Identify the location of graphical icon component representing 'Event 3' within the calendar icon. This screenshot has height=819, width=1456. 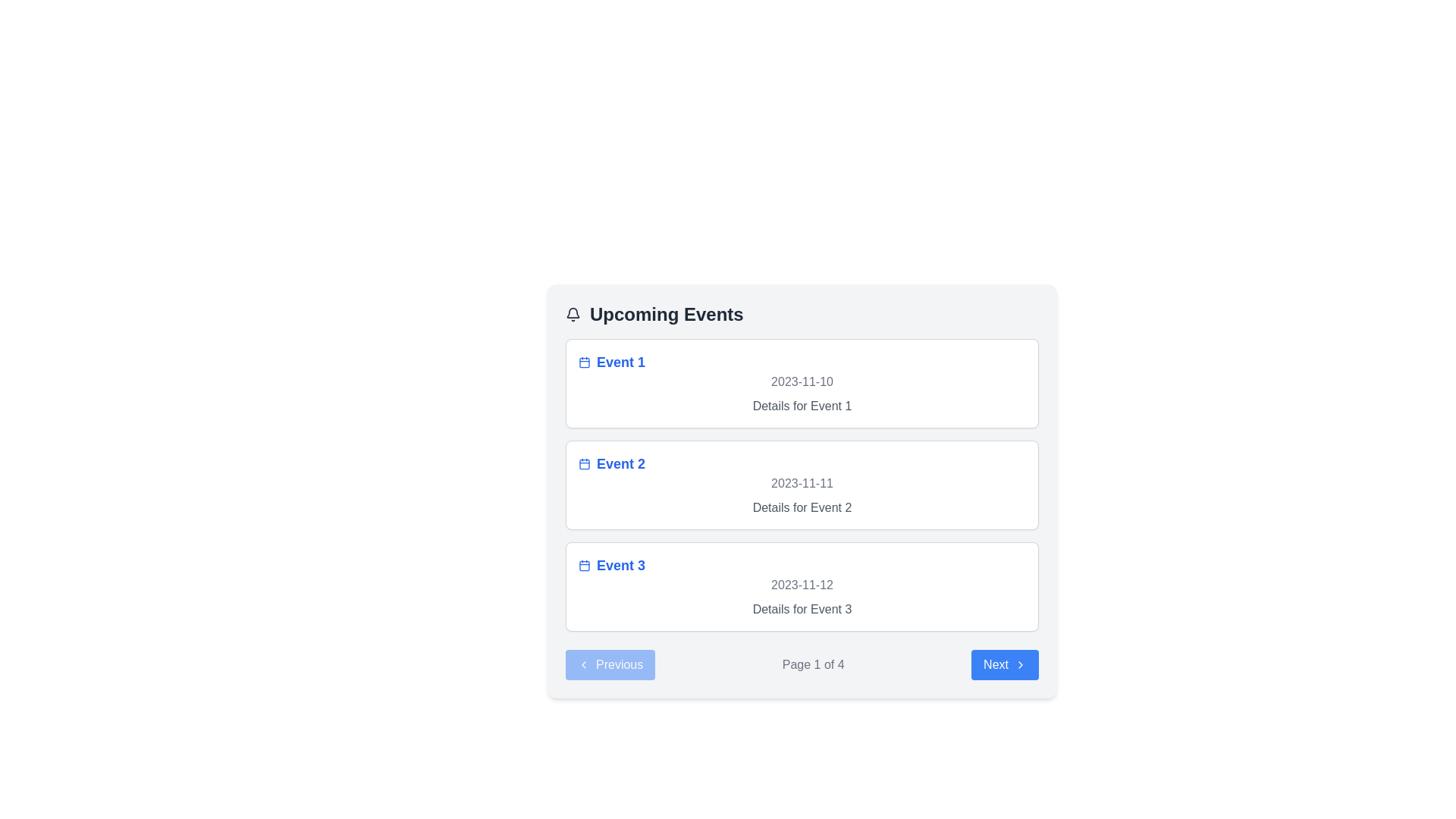
(584, 565).